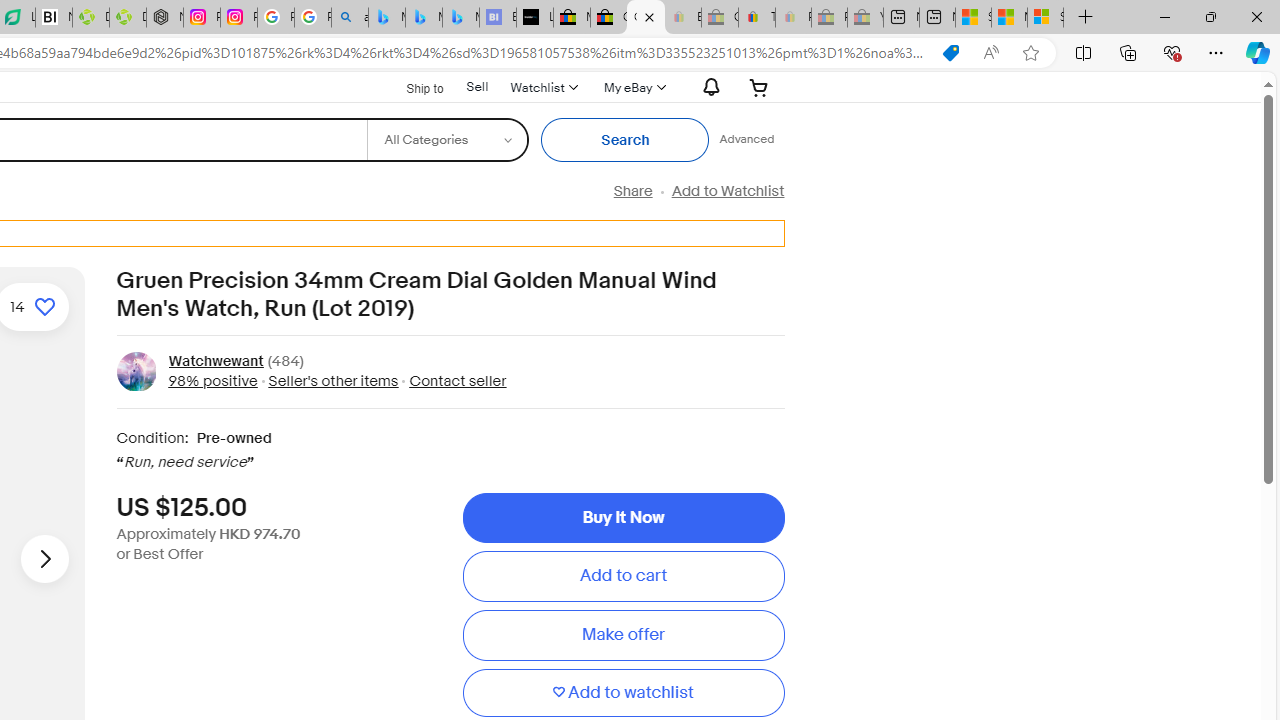 The width and height of the screenshot is (1280, 720). I want to click on 'My eBayExpand My eBay', so click(631, 86).